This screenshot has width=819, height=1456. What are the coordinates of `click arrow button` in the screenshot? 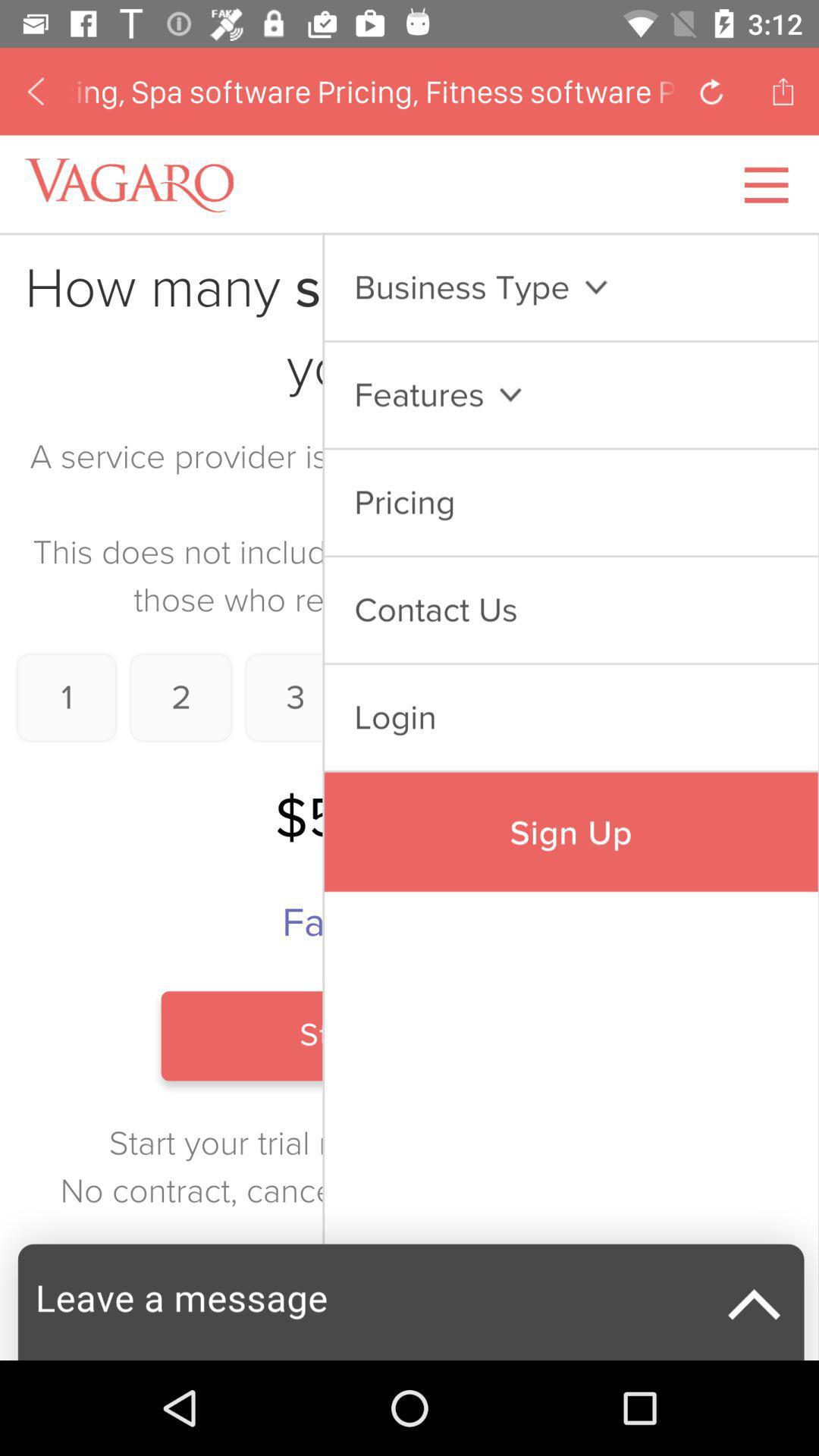 It's located at (711, 90).